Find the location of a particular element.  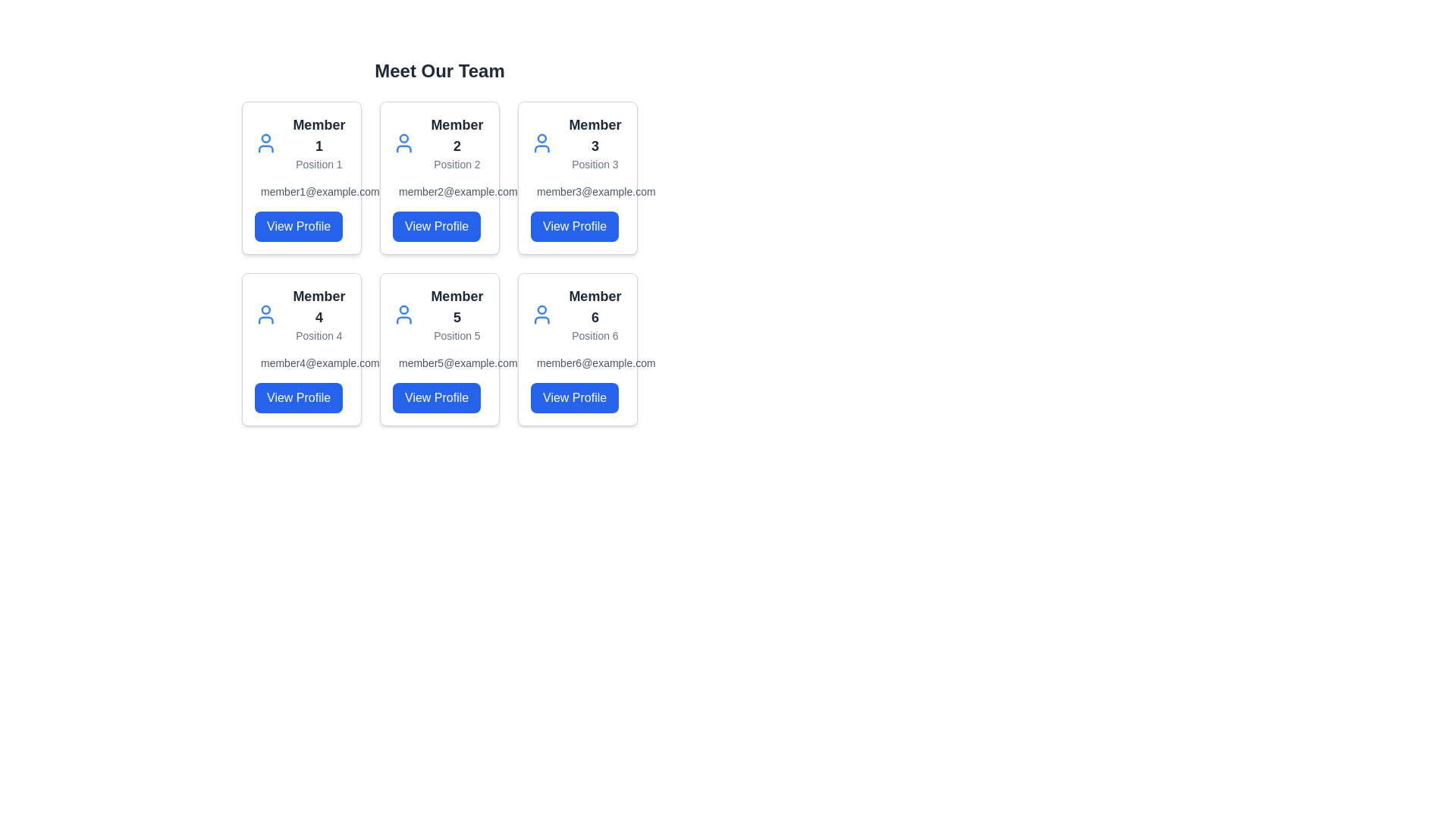

the 'Member 4' text label element, which is prominently displayed in bold at the top of the profile card in the second row of the team profile grid layout is located at coordinates (318, 307).